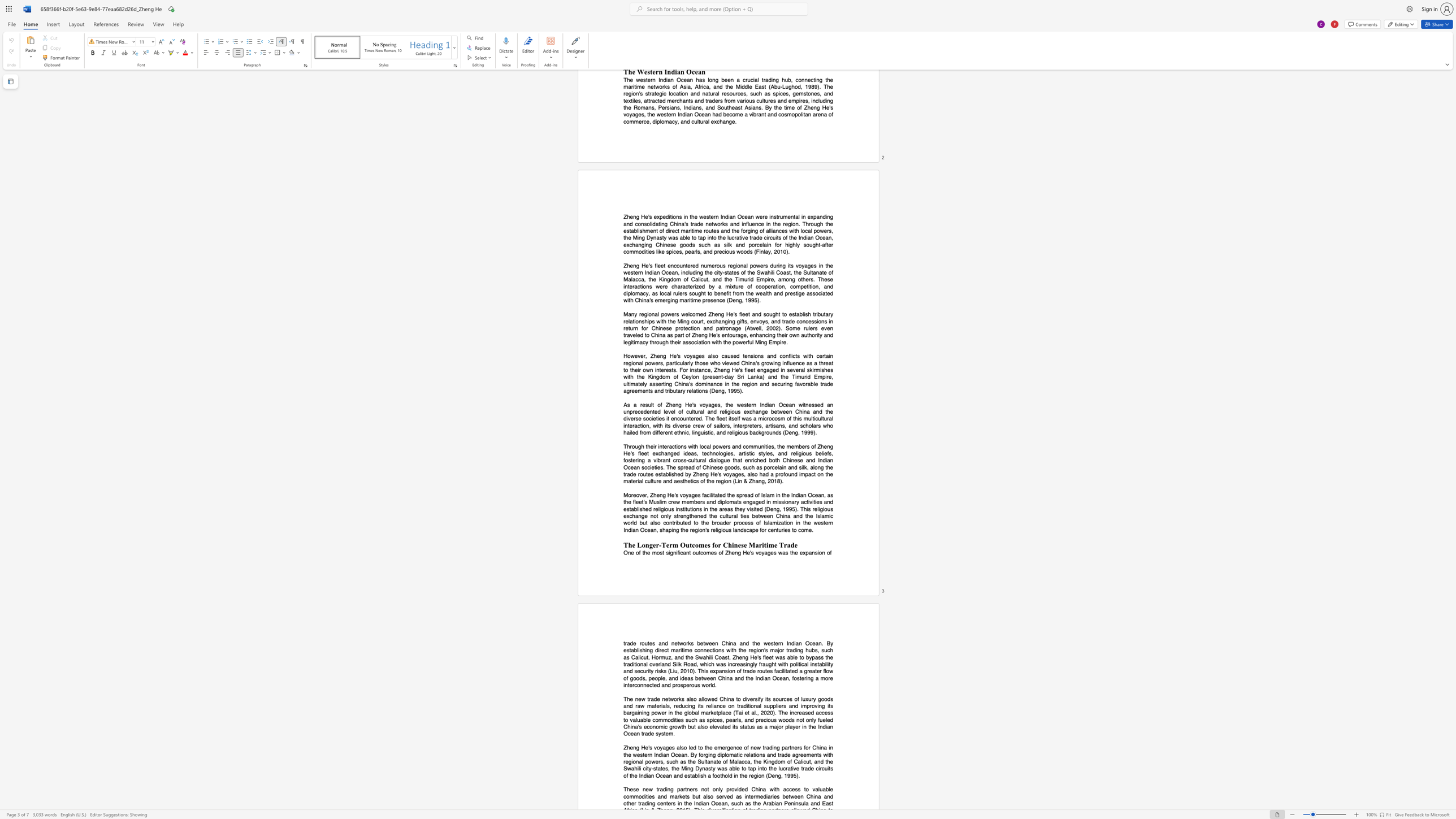 The image size is (1456, 819). Describe the element at coordinates (653, 495) in the screenshot. I see `the space between the continuous character "Z" and "h" in the text` at that location.